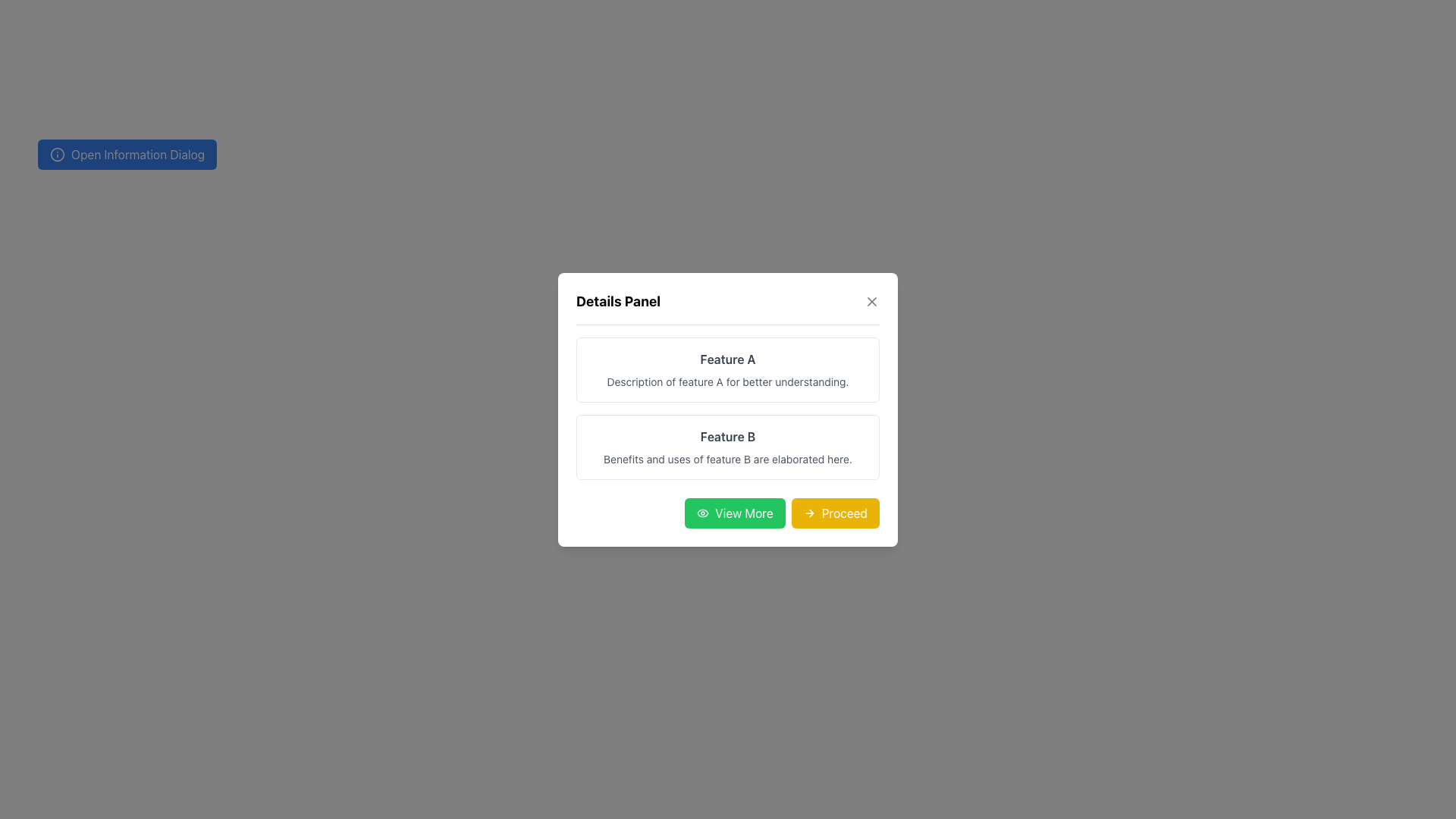  Describe the element at coordinates (735, 512) in the screenshot. I see `the green 'View More' button with rounded corners, located in the 'Details Panel' dialog box` at that location.